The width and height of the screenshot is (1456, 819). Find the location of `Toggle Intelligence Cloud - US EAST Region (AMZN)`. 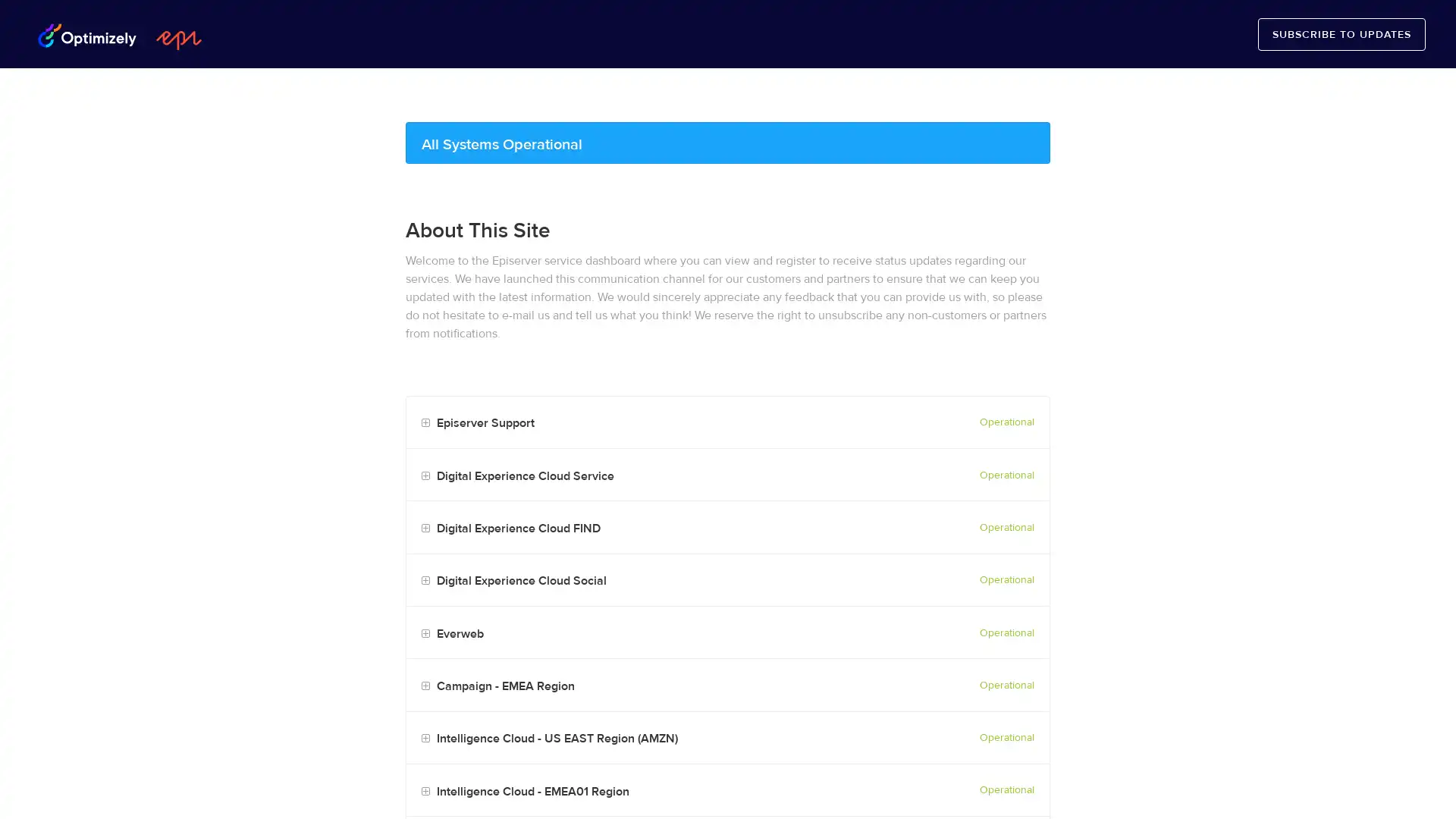

Toggle Intelligence Cloud - US EAST Region (AMZN) is located at coordinates (425, 738).